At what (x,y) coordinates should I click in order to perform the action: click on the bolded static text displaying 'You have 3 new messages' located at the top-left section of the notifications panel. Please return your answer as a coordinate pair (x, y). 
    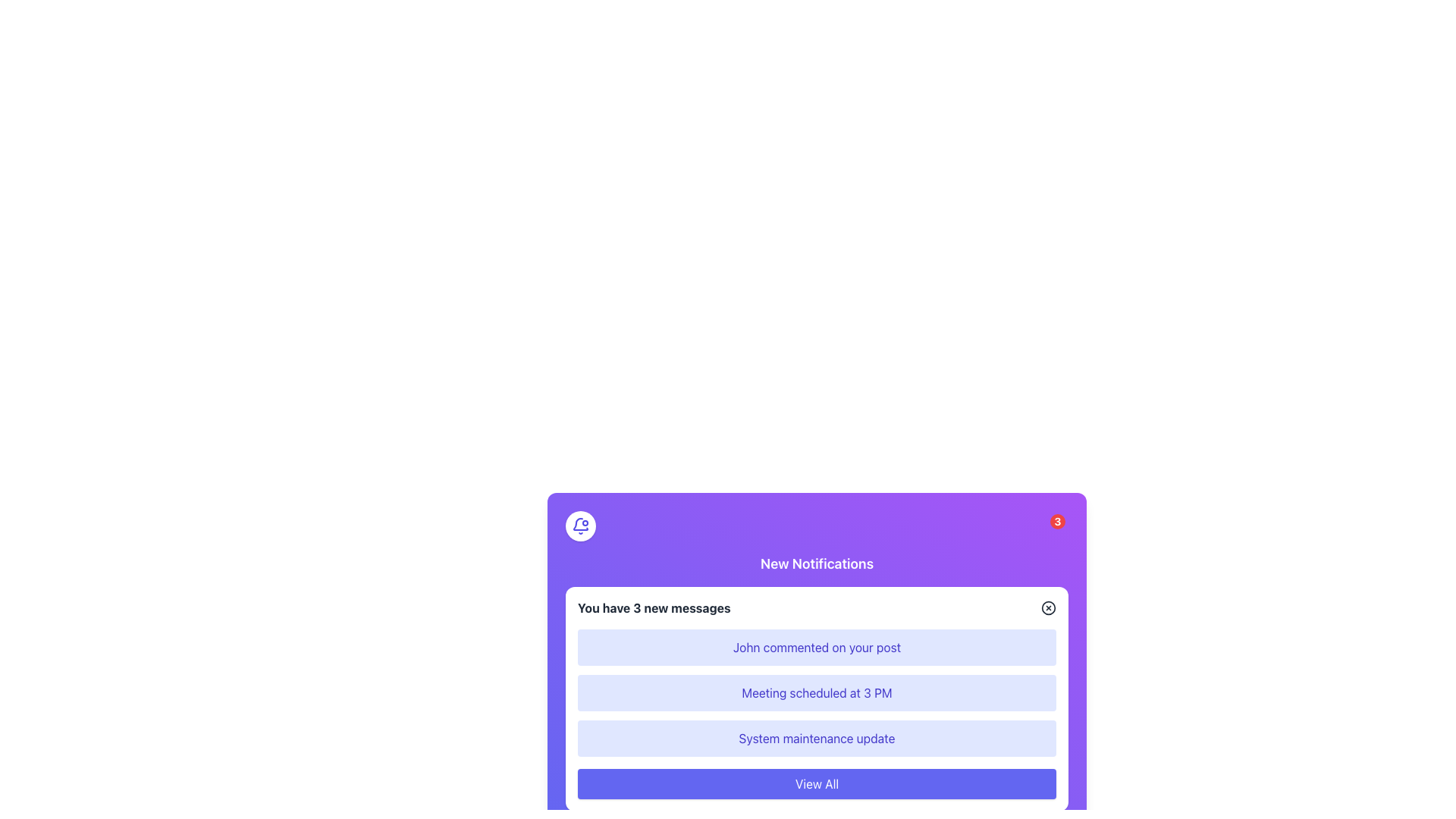
    Looking at the image, I should click on (654, 607).